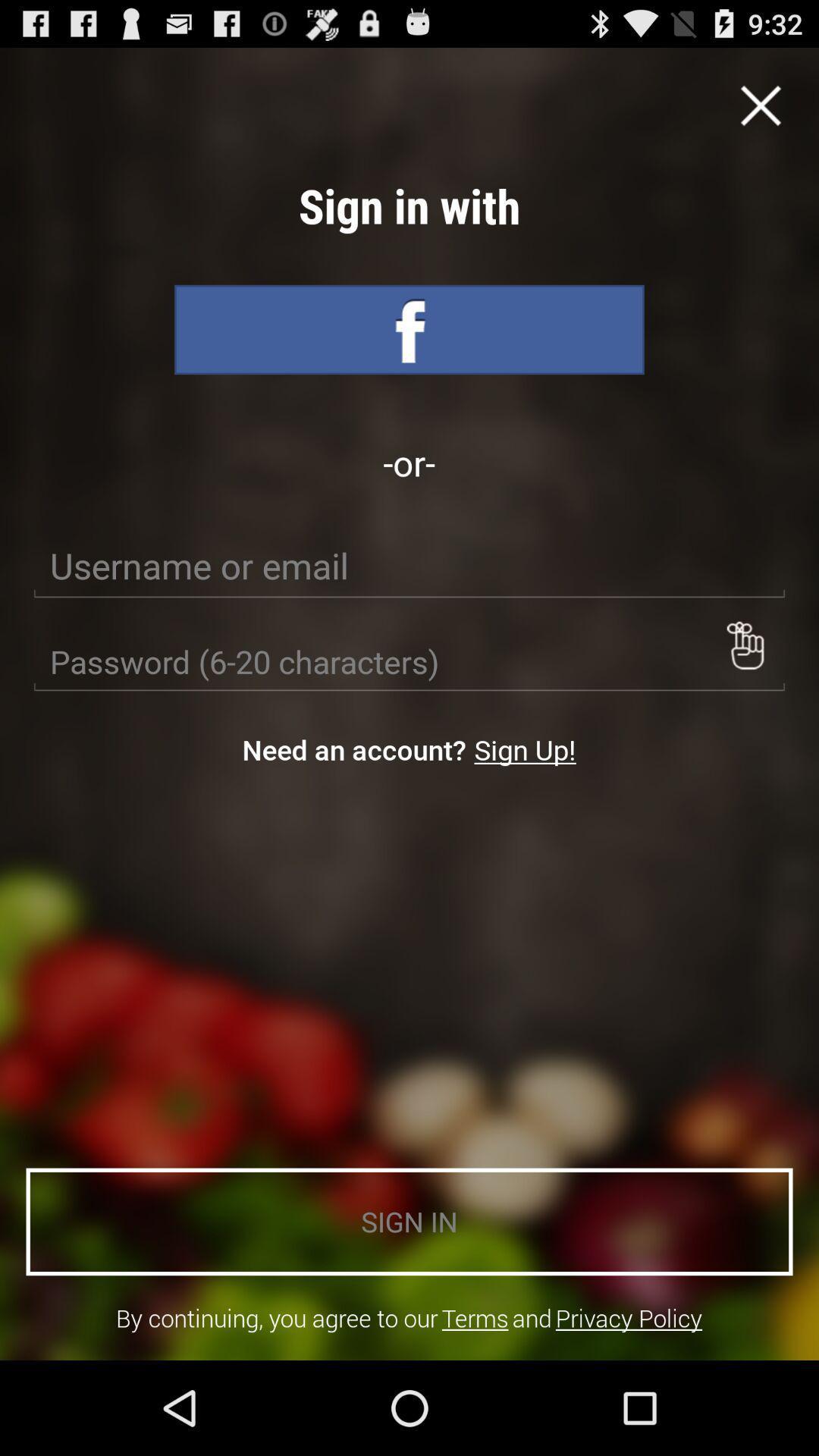  Describe the element at coordinates (629, 1317) in the screenshot. I see `the item next to and icon` at that location.